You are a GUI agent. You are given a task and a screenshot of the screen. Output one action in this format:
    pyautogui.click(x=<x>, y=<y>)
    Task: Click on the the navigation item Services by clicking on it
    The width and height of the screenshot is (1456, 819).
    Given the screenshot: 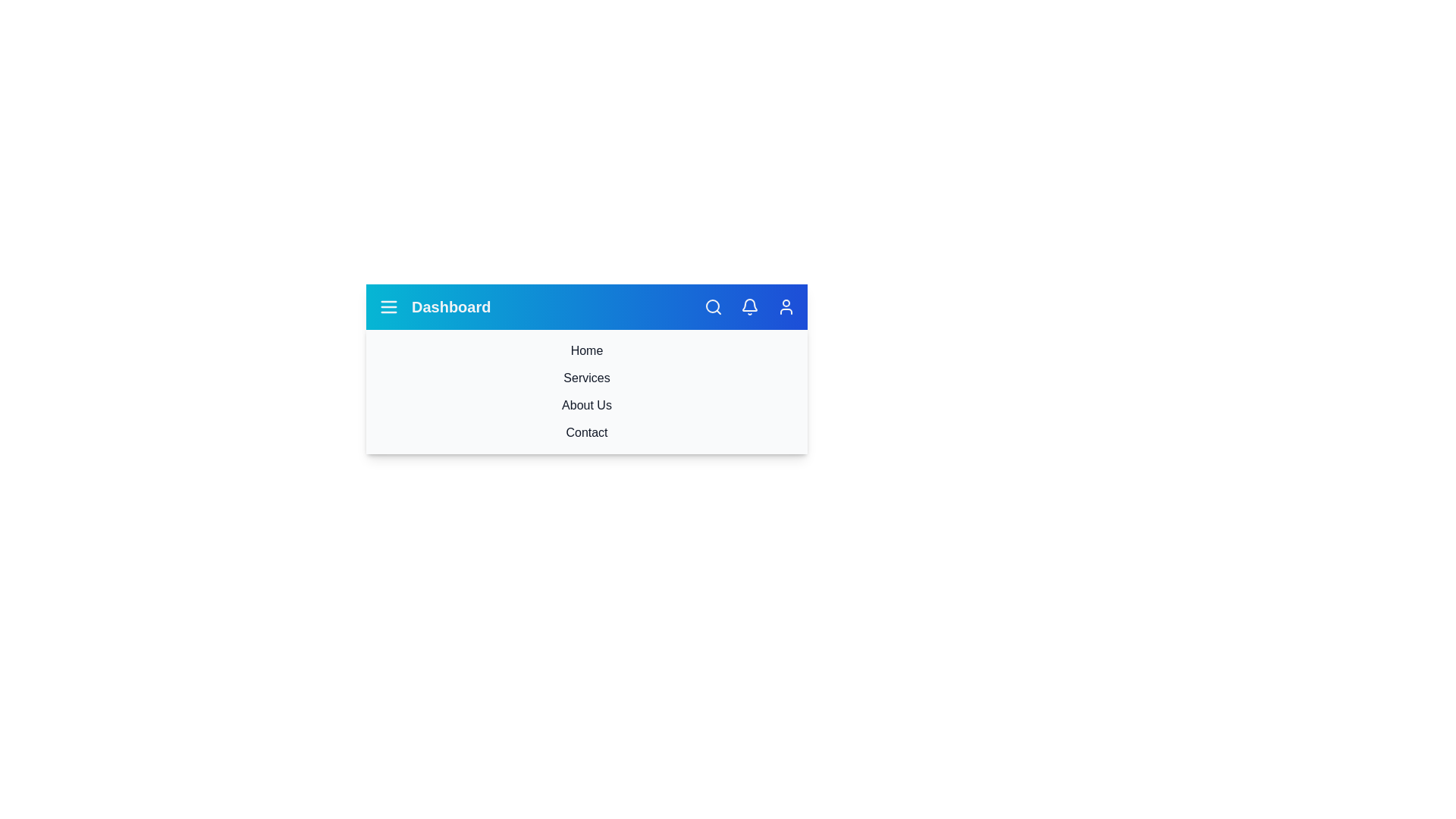 What is the action you would take?
    pyautogui.click(x=585, y=377)
    